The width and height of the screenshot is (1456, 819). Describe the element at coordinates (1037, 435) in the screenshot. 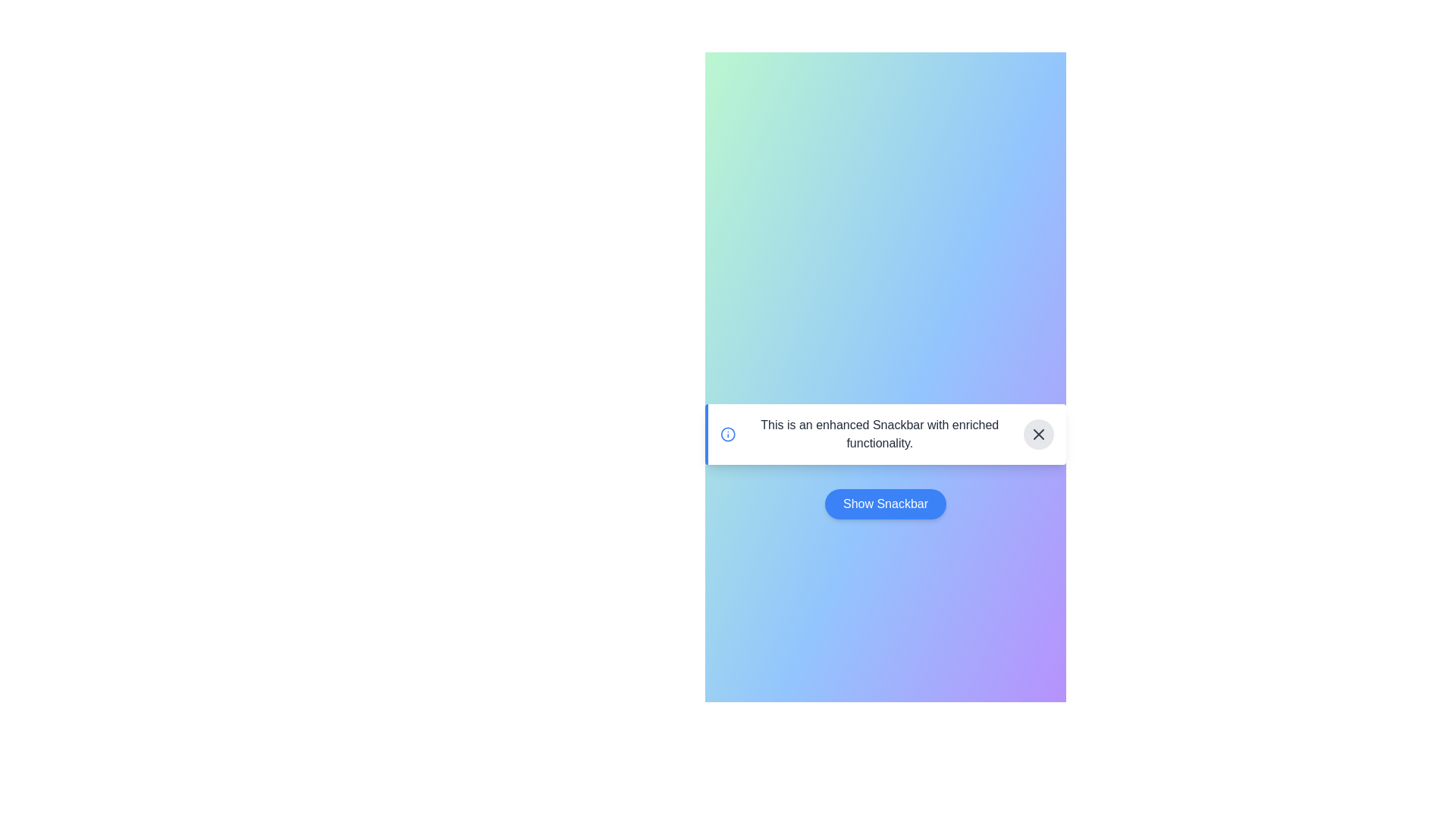

I see `the close icon button located at the right side of the snackbar` at that location.